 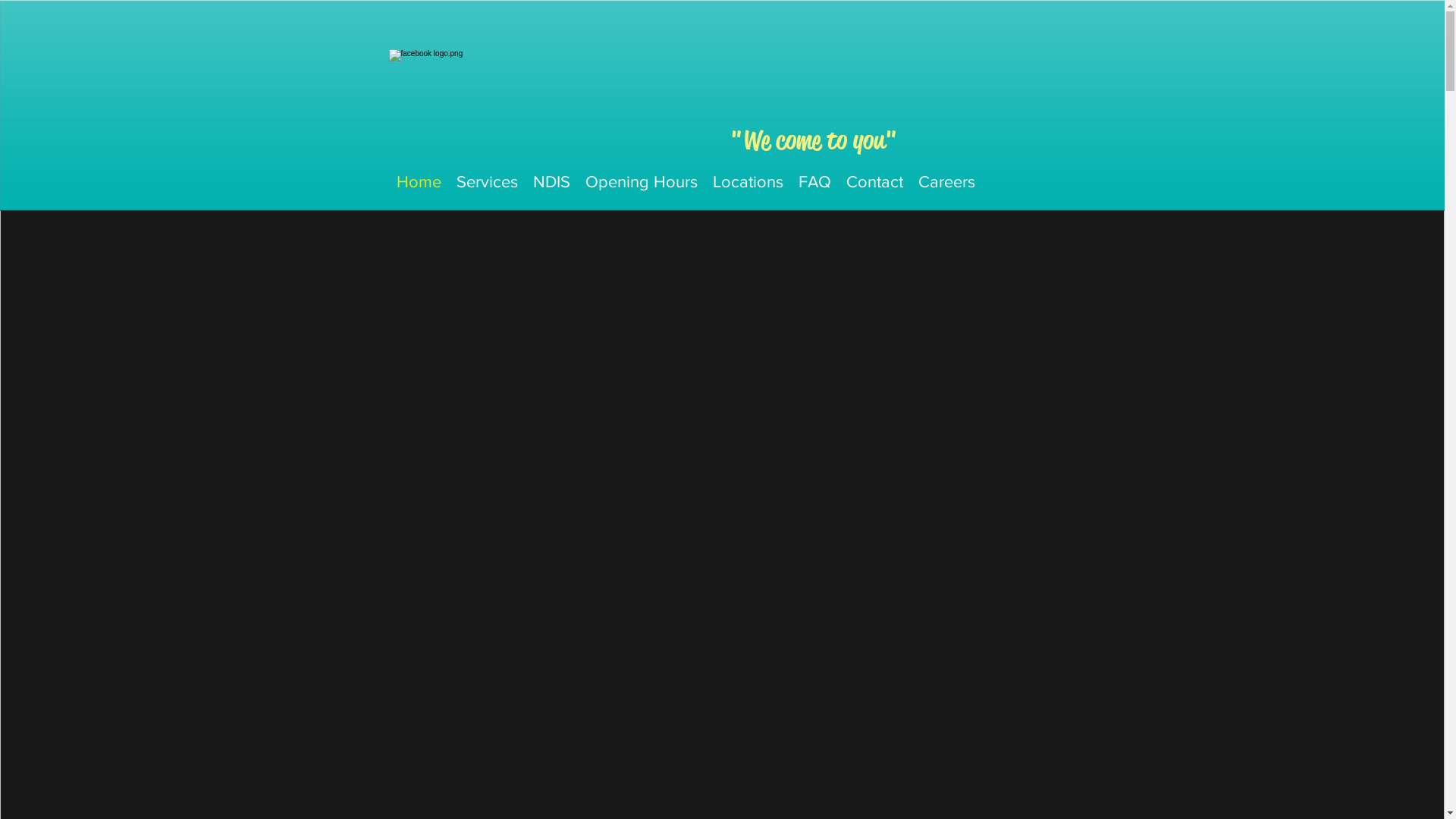 I want to click on 'Careers', so click(x=910, y=180).